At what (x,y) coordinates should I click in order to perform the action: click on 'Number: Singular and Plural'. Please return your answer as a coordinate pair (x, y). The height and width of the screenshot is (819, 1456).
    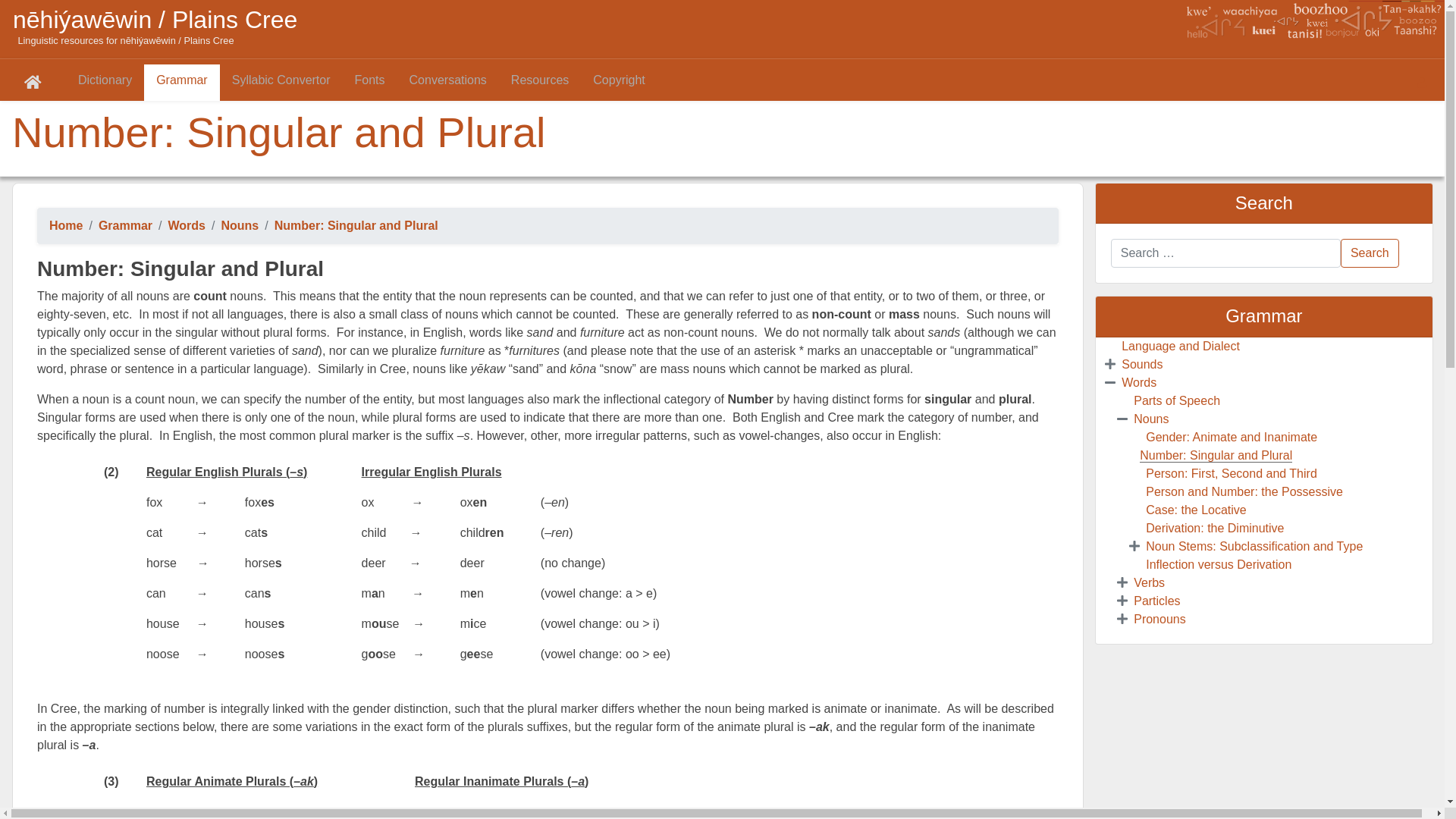
    Looking at the image, I should click on (274, 225).